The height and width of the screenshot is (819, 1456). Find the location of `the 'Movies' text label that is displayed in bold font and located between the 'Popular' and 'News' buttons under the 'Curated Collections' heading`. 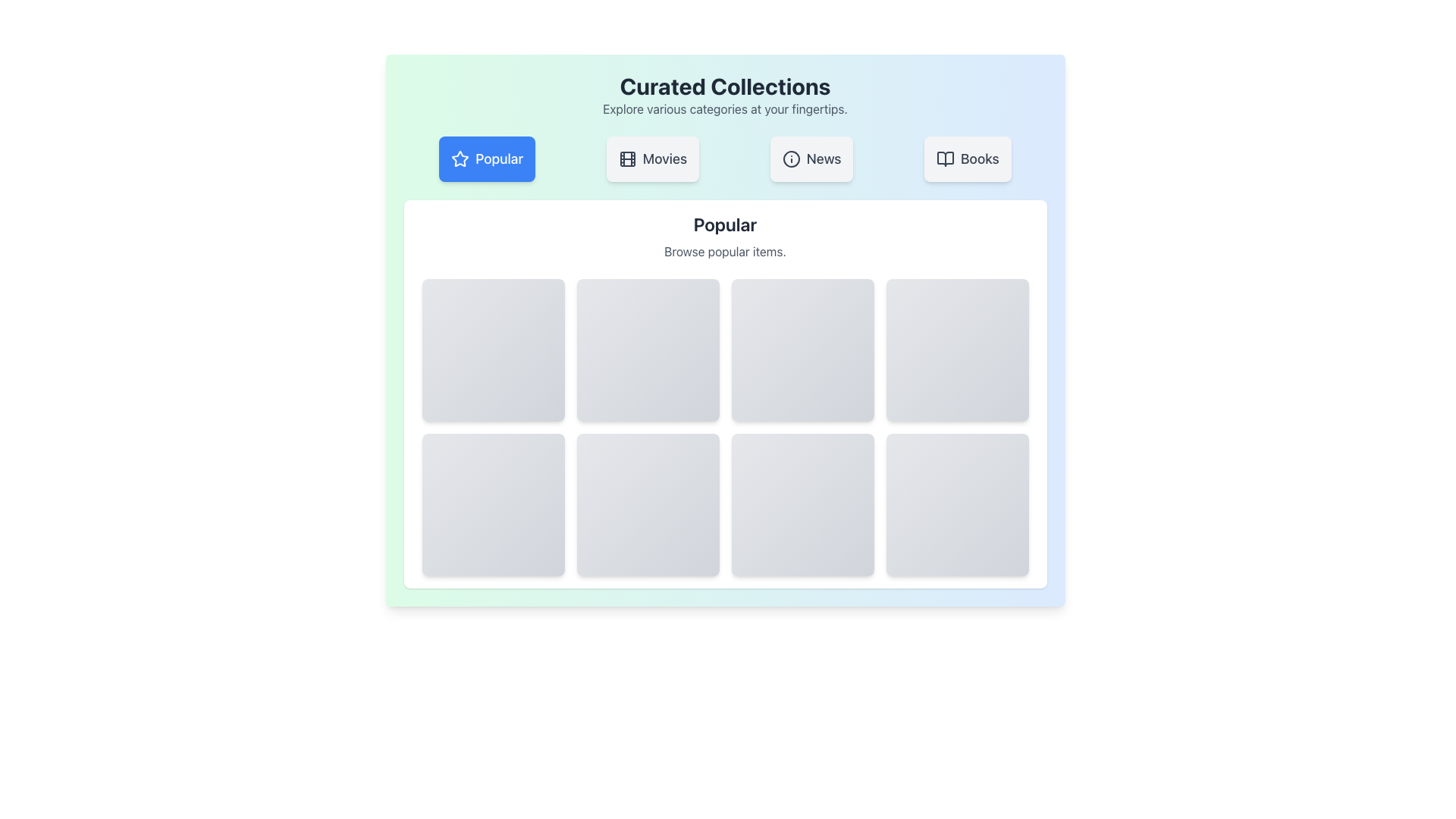

the 'Movies' text label that is displayed in bold font and located between the 'Popular' and 'News' buttons under the 'Curated Collections' heading is located at coordinates (664, 158).